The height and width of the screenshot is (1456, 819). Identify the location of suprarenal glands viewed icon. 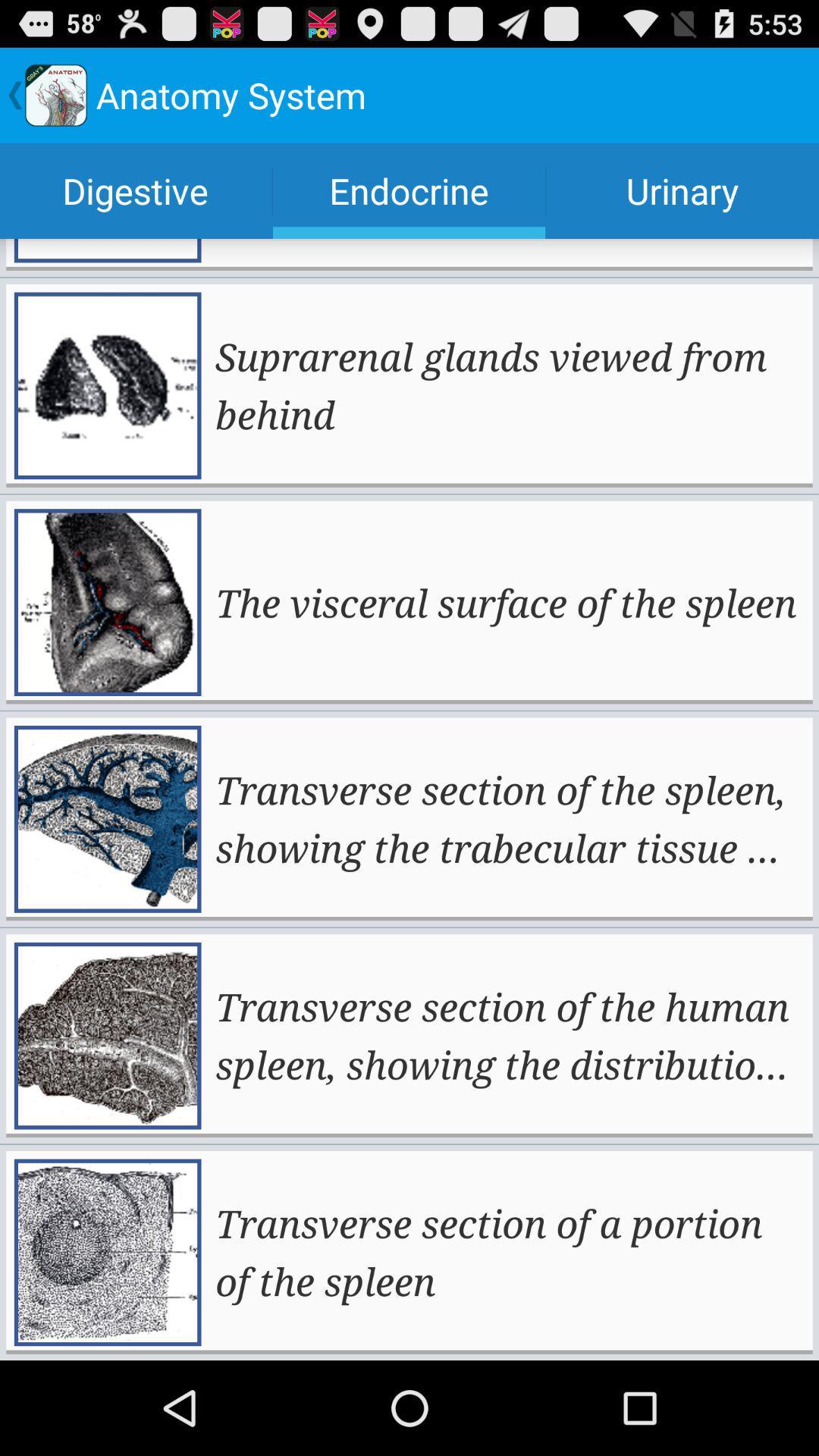
(508, 385).